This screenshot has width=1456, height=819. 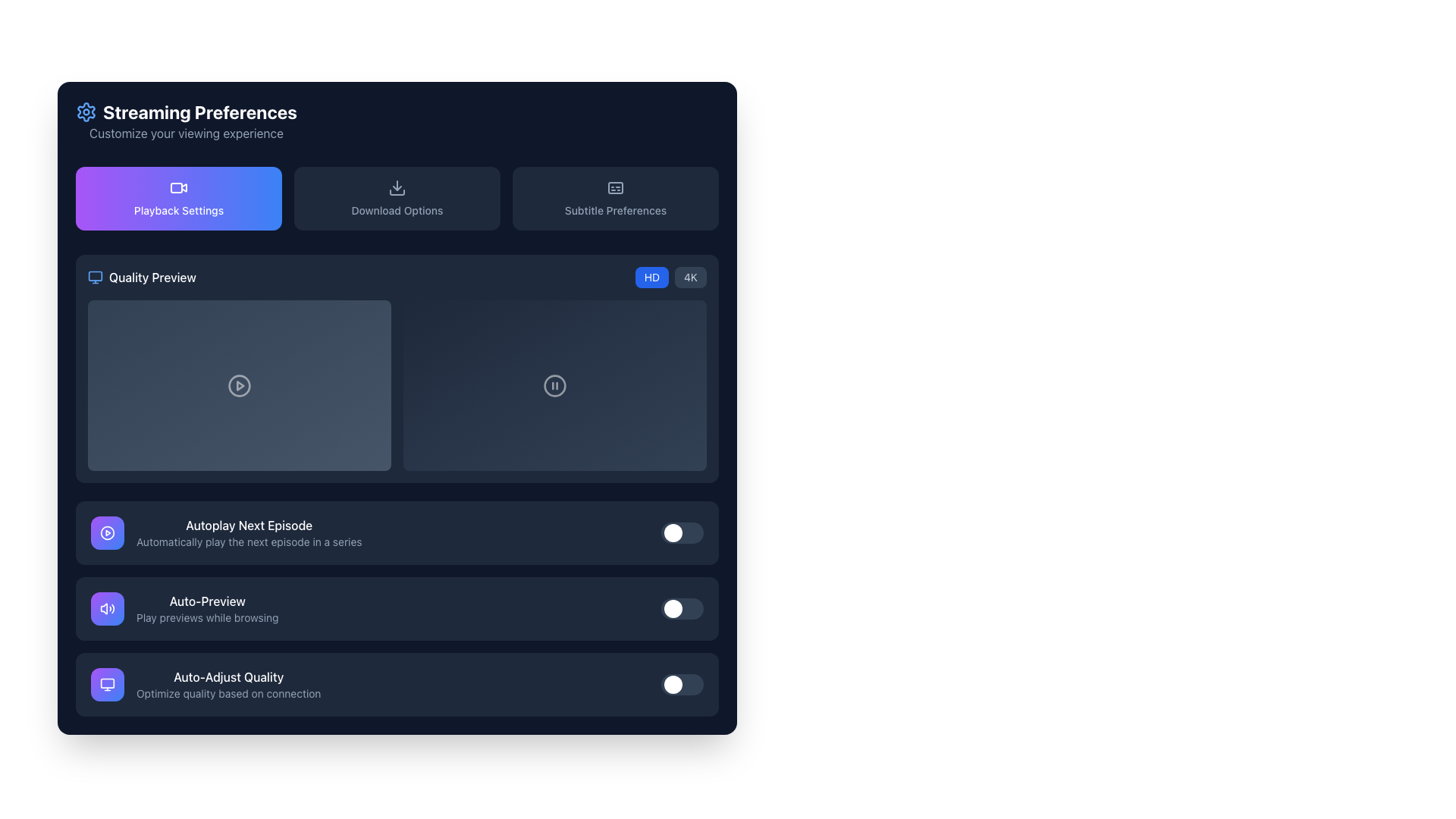 What do you see at coordinates (397, 684) in the screenshot?
I see `the toggle switch for the 'Auto-Adjust Quality' feature` at bounding box center [397, 684].